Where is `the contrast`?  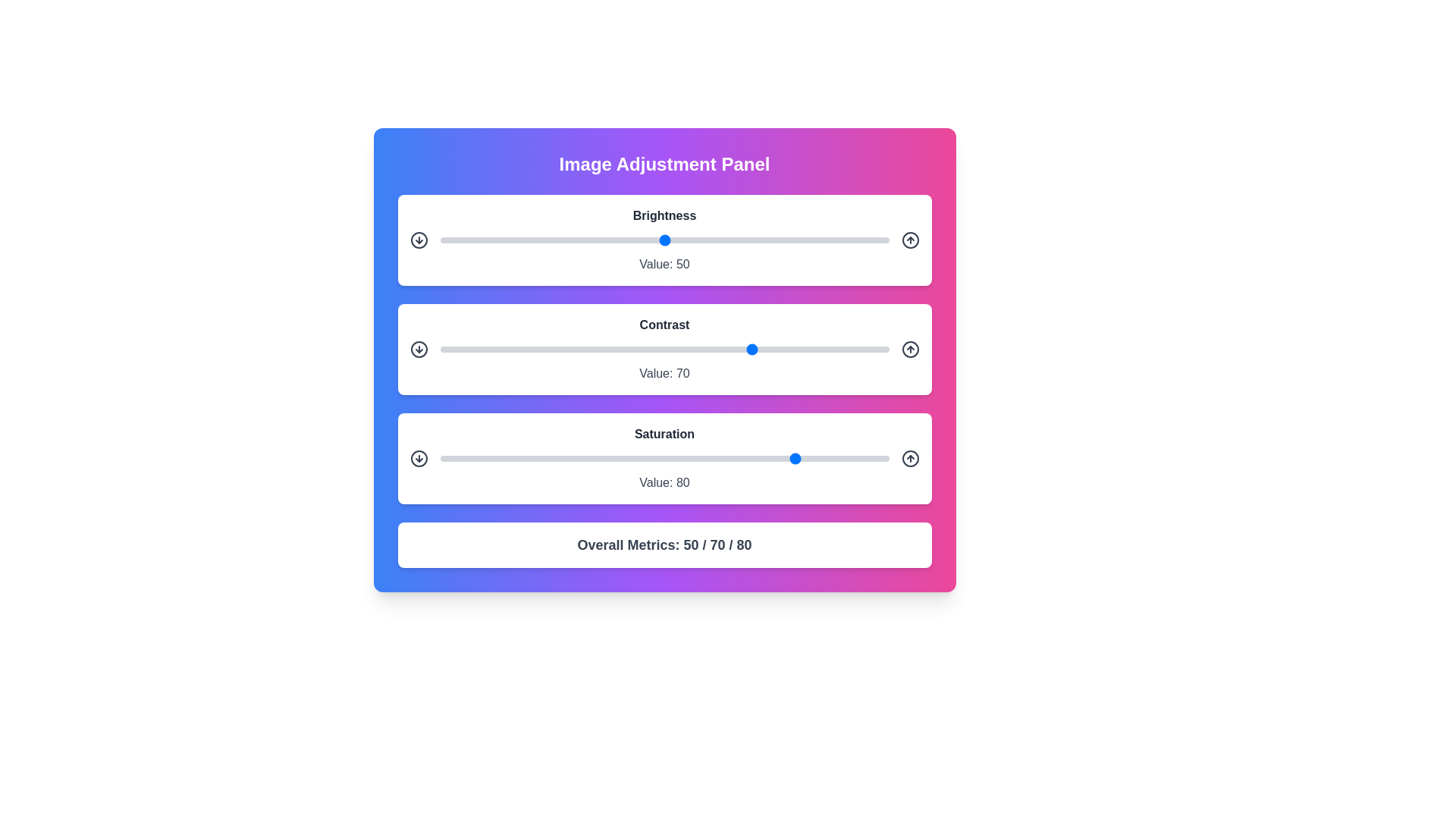 the contrast is located at coordinates (777, 350).